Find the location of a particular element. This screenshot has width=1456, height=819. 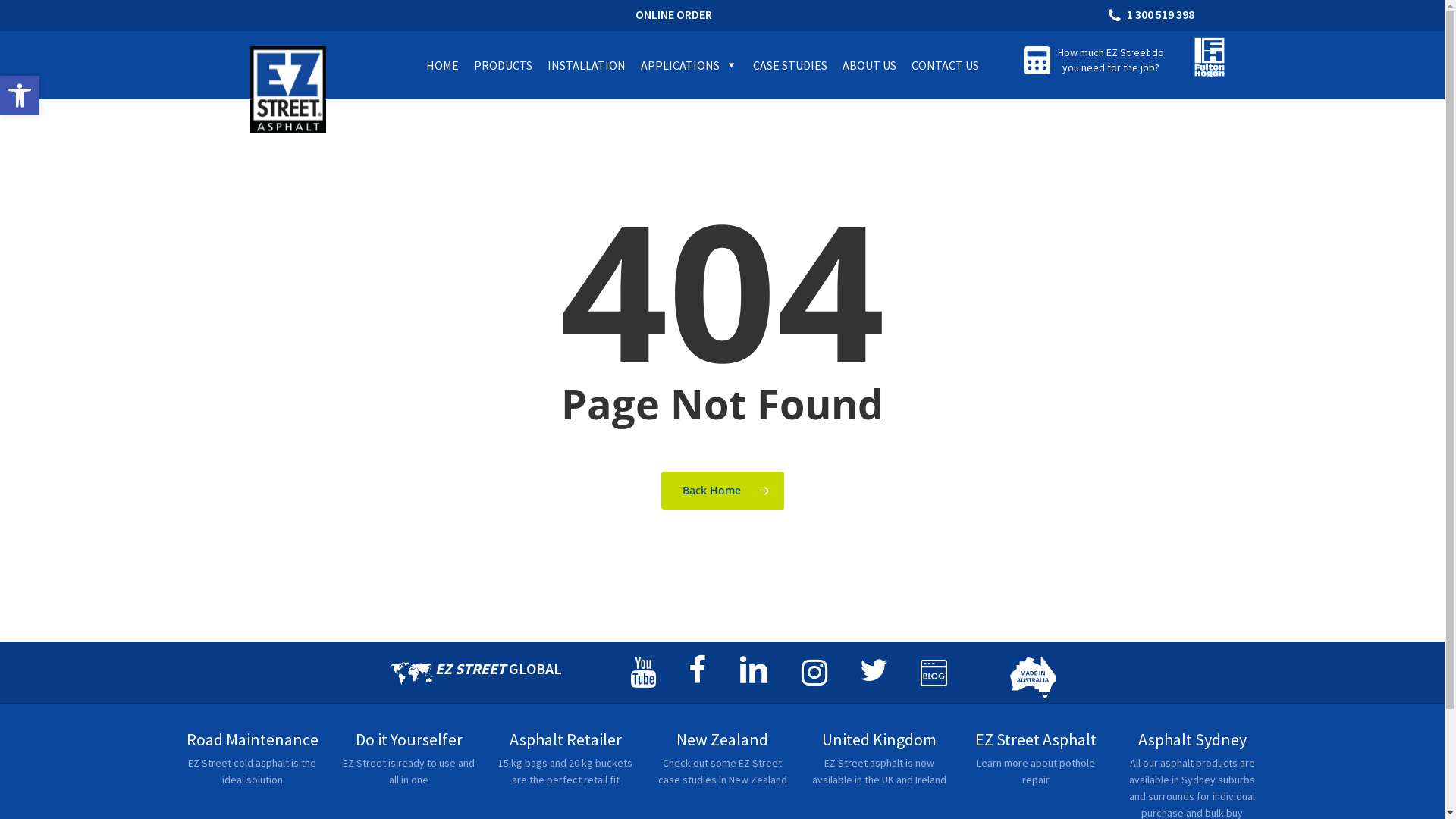

'CASE STUDIES' is located at coordinates (789, 64).